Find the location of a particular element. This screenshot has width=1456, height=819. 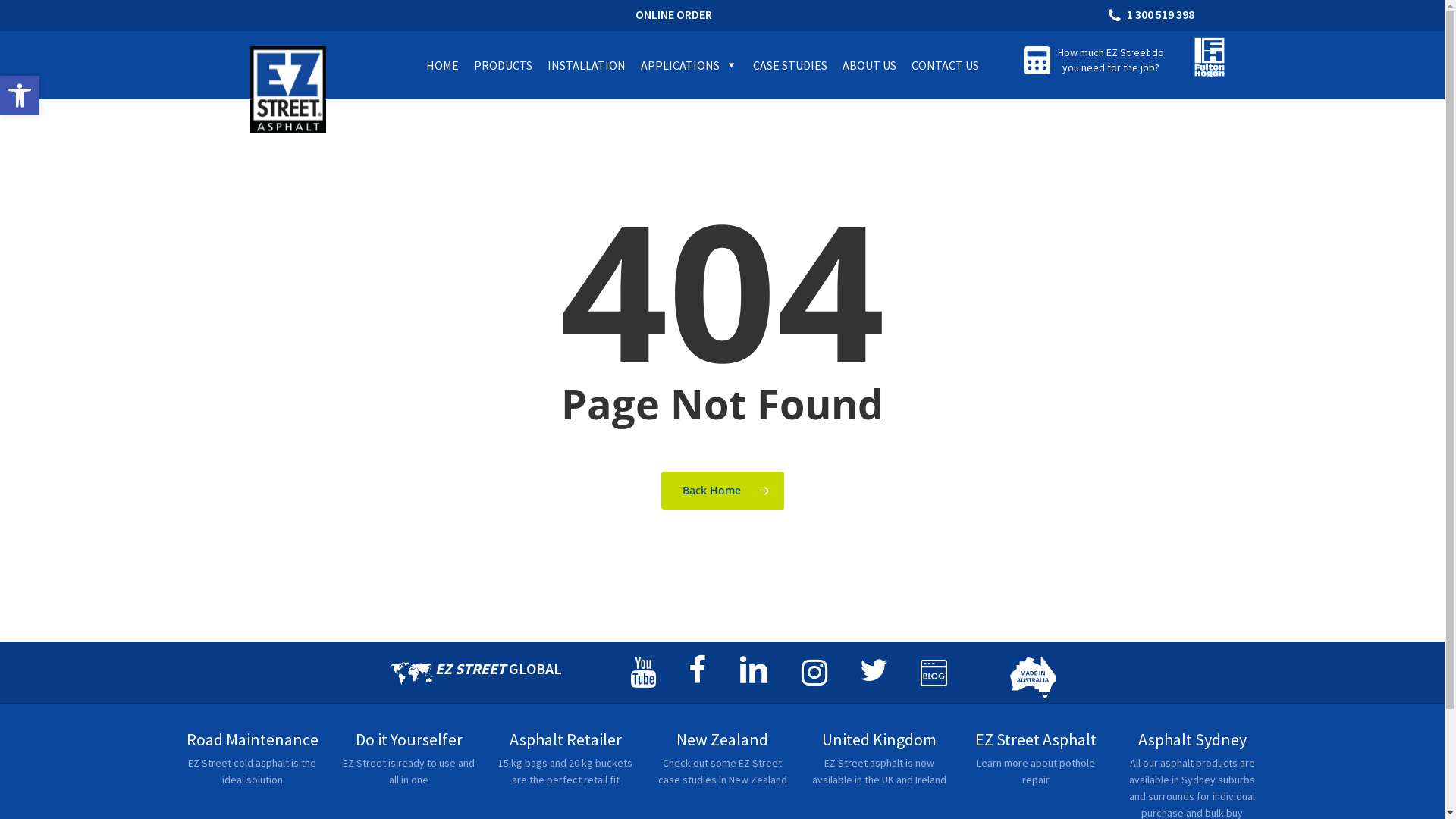

'CASE STUDIES' is located at coordinates (789, 64).